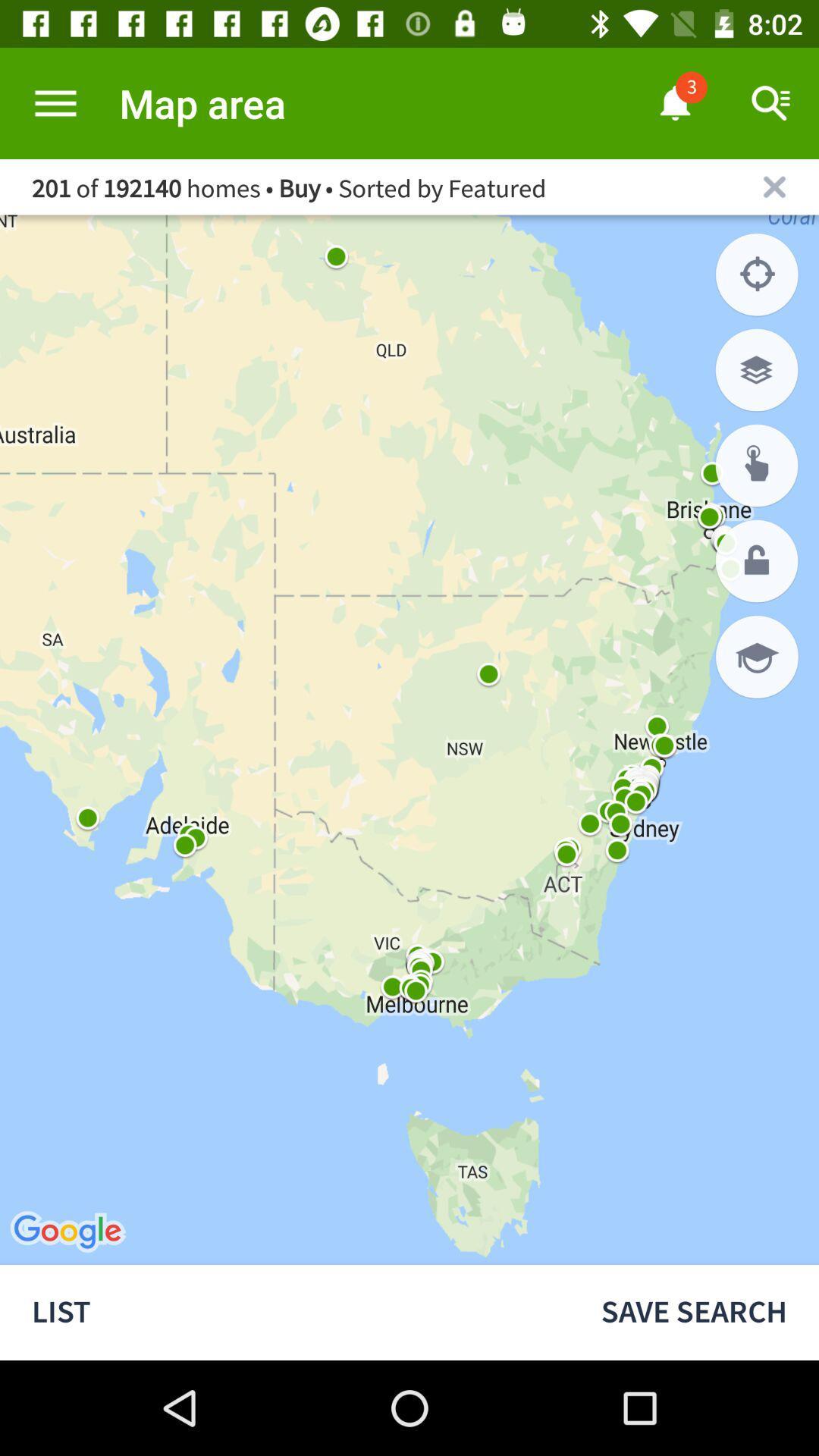 This screenshot has width=819, height=1456. Describe the element at coordinates (774, 186) in the screenshot. I see `the current map area` at that location.